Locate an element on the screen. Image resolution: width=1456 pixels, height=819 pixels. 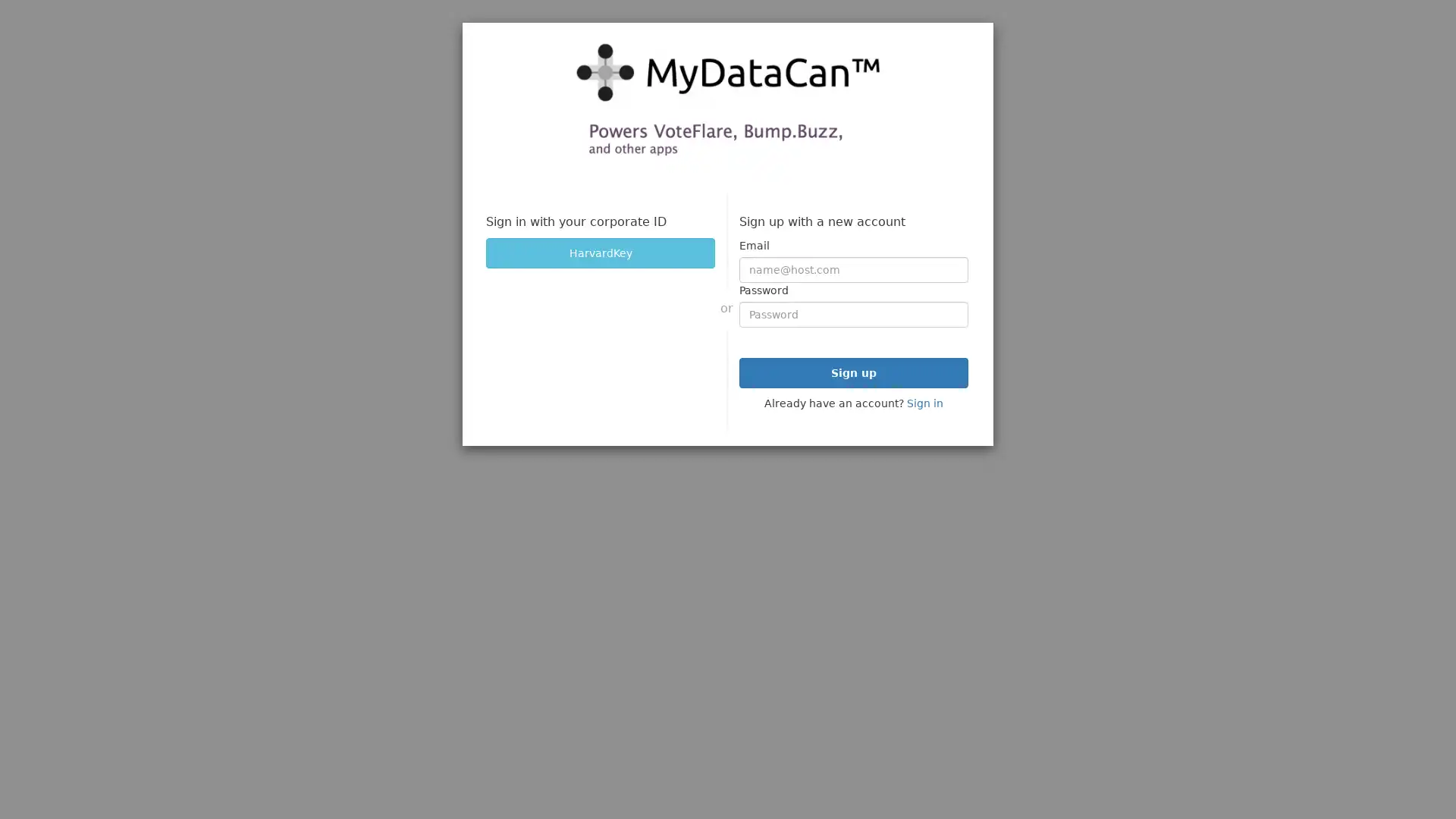
HarvardKey is located at coordinates (600, 253).